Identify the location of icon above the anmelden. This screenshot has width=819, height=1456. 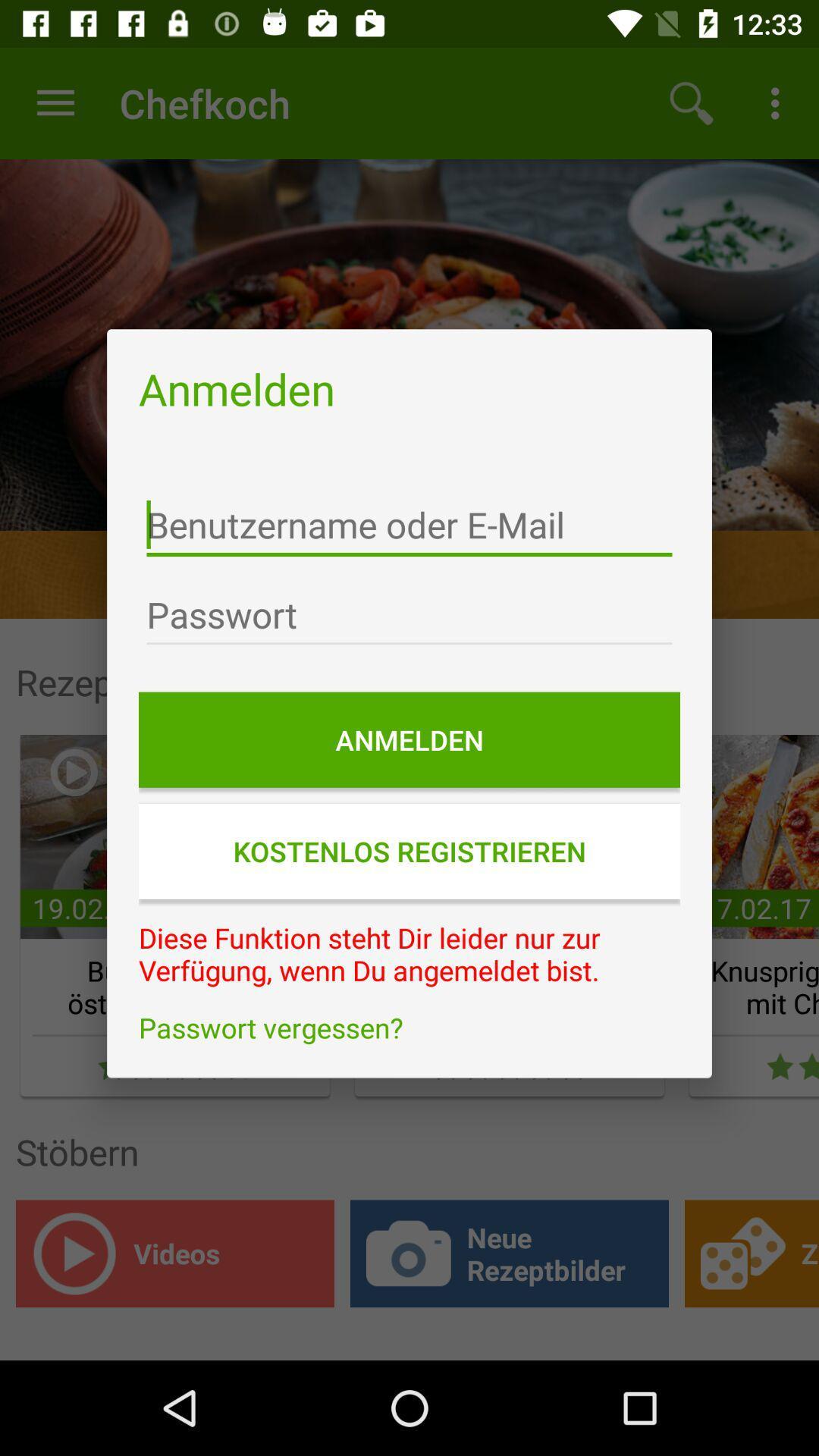
(409, 615).